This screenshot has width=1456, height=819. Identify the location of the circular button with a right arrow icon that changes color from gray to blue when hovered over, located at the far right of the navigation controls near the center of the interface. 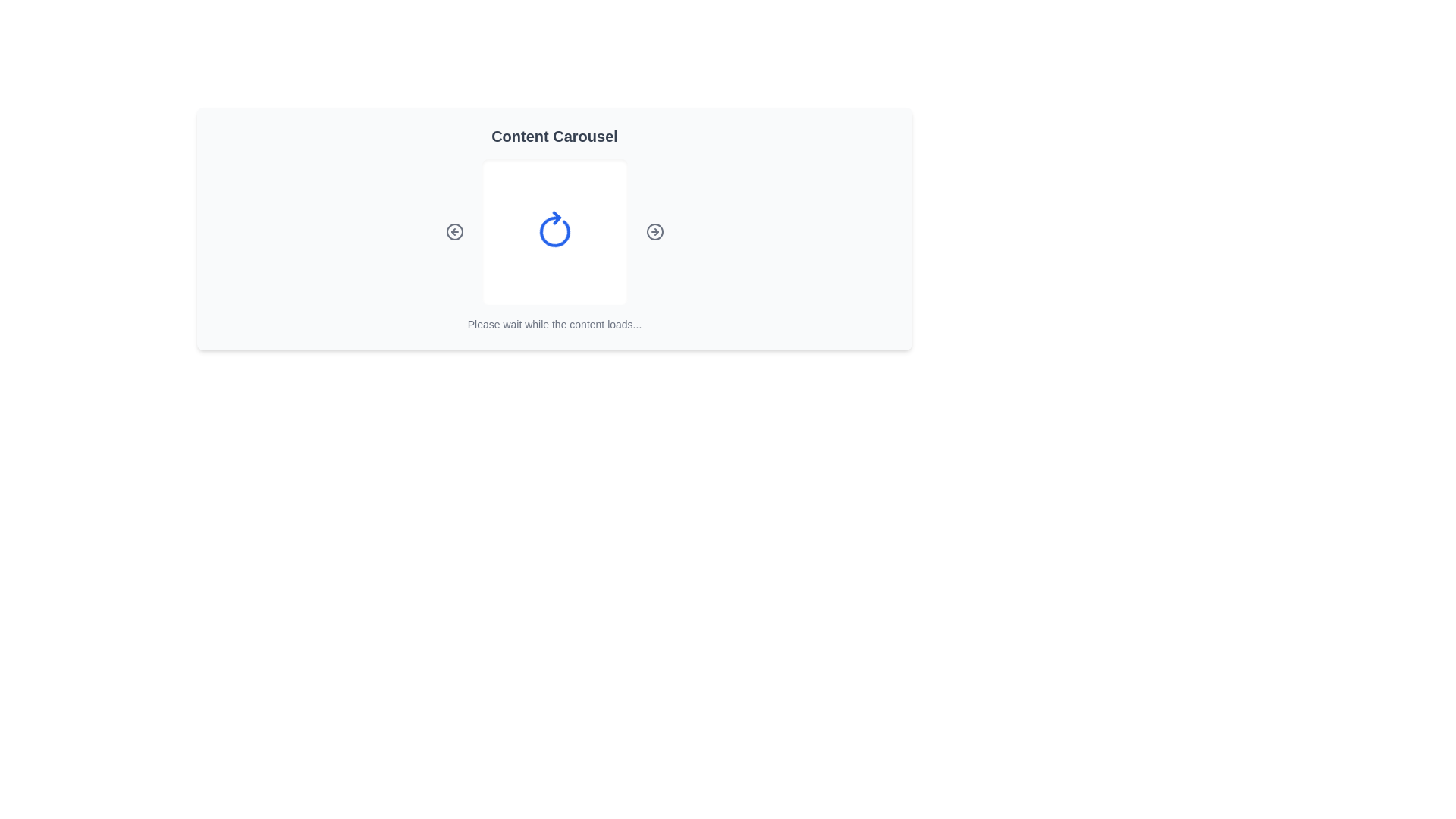
(654, 231).